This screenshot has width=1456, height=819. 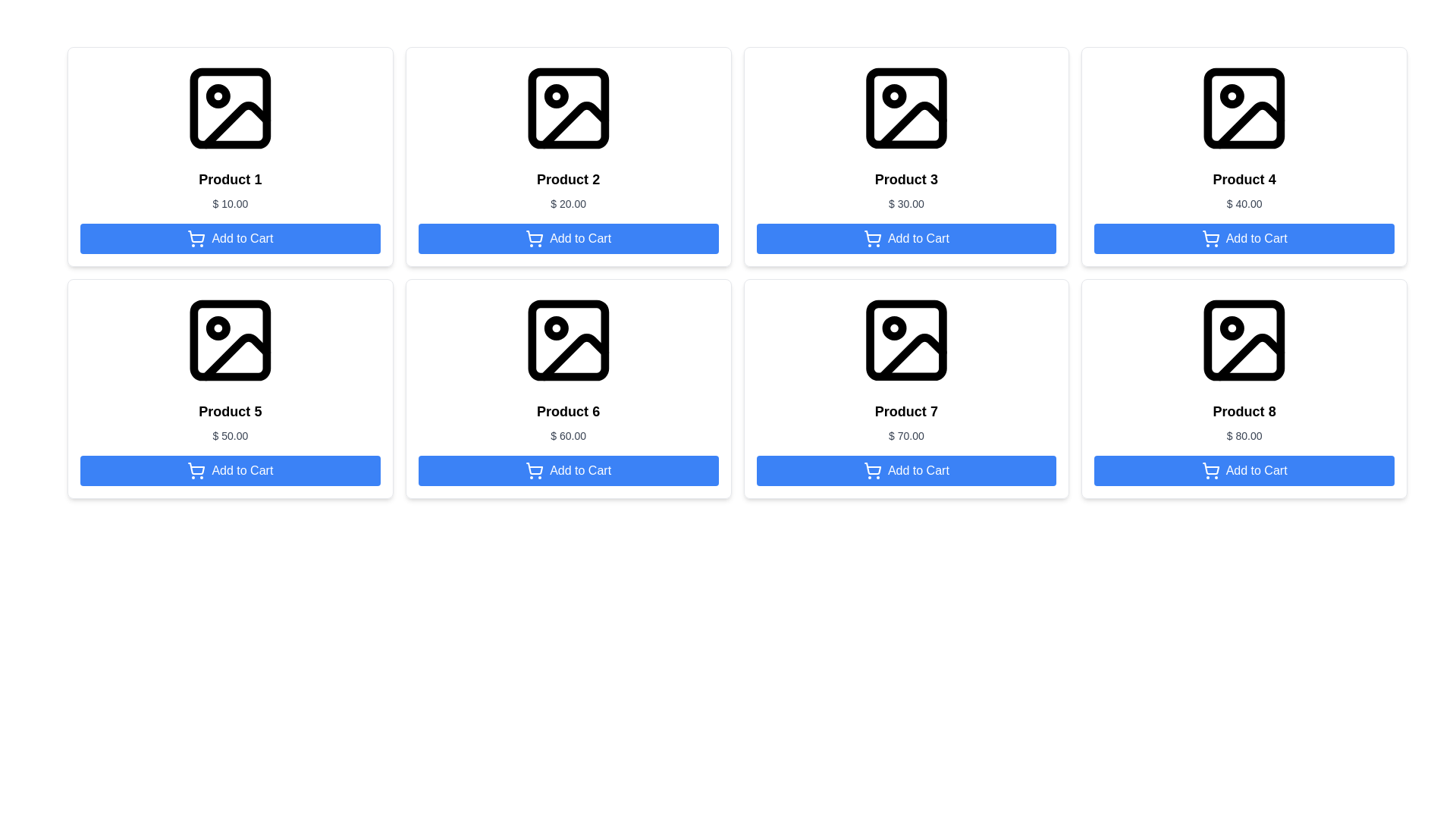 I want to click on the 'Product 4' card located in the top-right of the grid layout to activate hover effects, so click(x=1244, y=157).